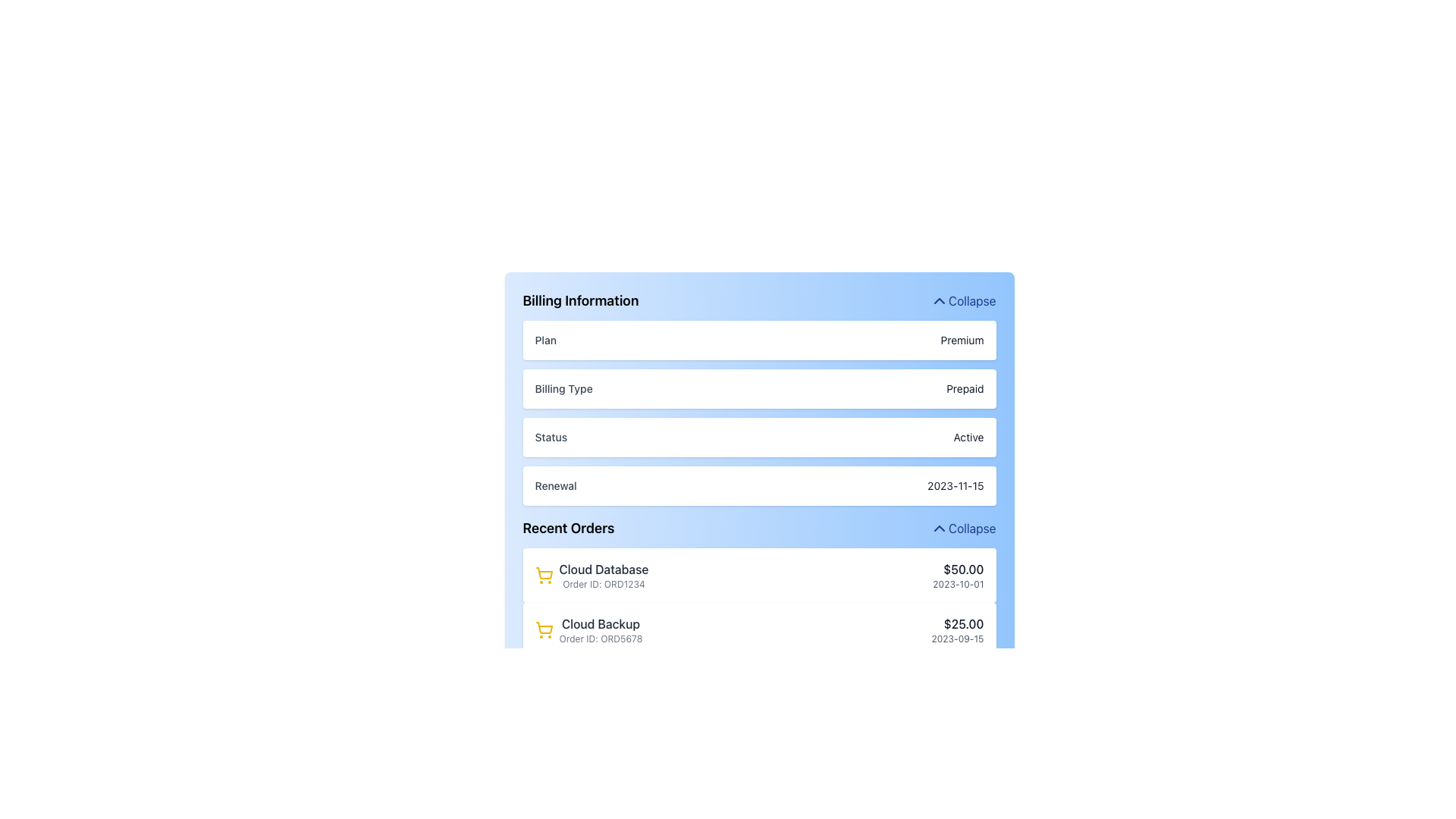  What do you see at coordinates (962, 301) in the screenshot?
I see `the interactive toggleable label with an icon located at the top-right corner of the 'Billing Information' section` at bounding box center [962, 301].